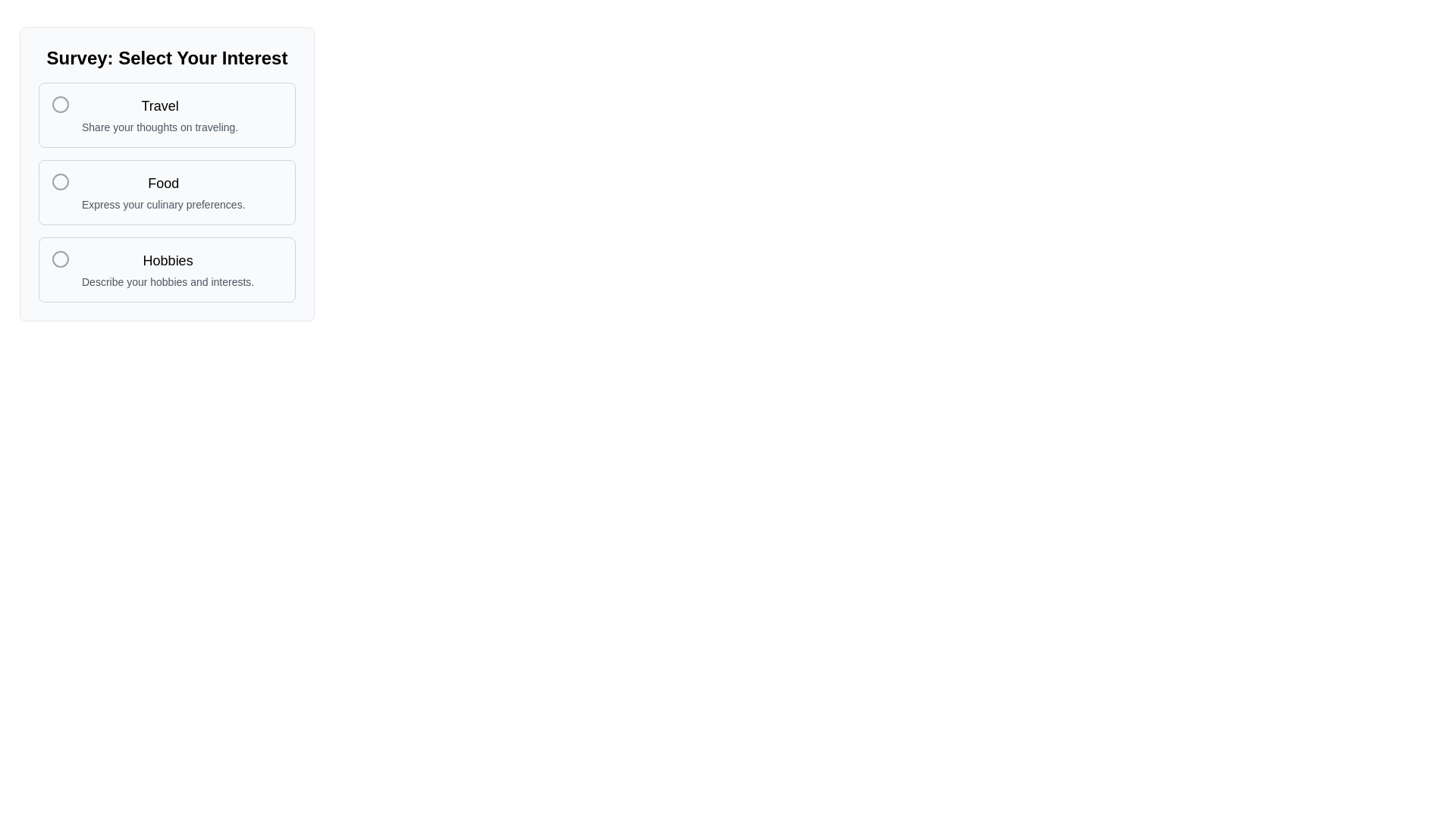  What do you see at coordinates (167, 192) in the screenshot?
I see `the second list item option for food` at bounding box center [167, 192].